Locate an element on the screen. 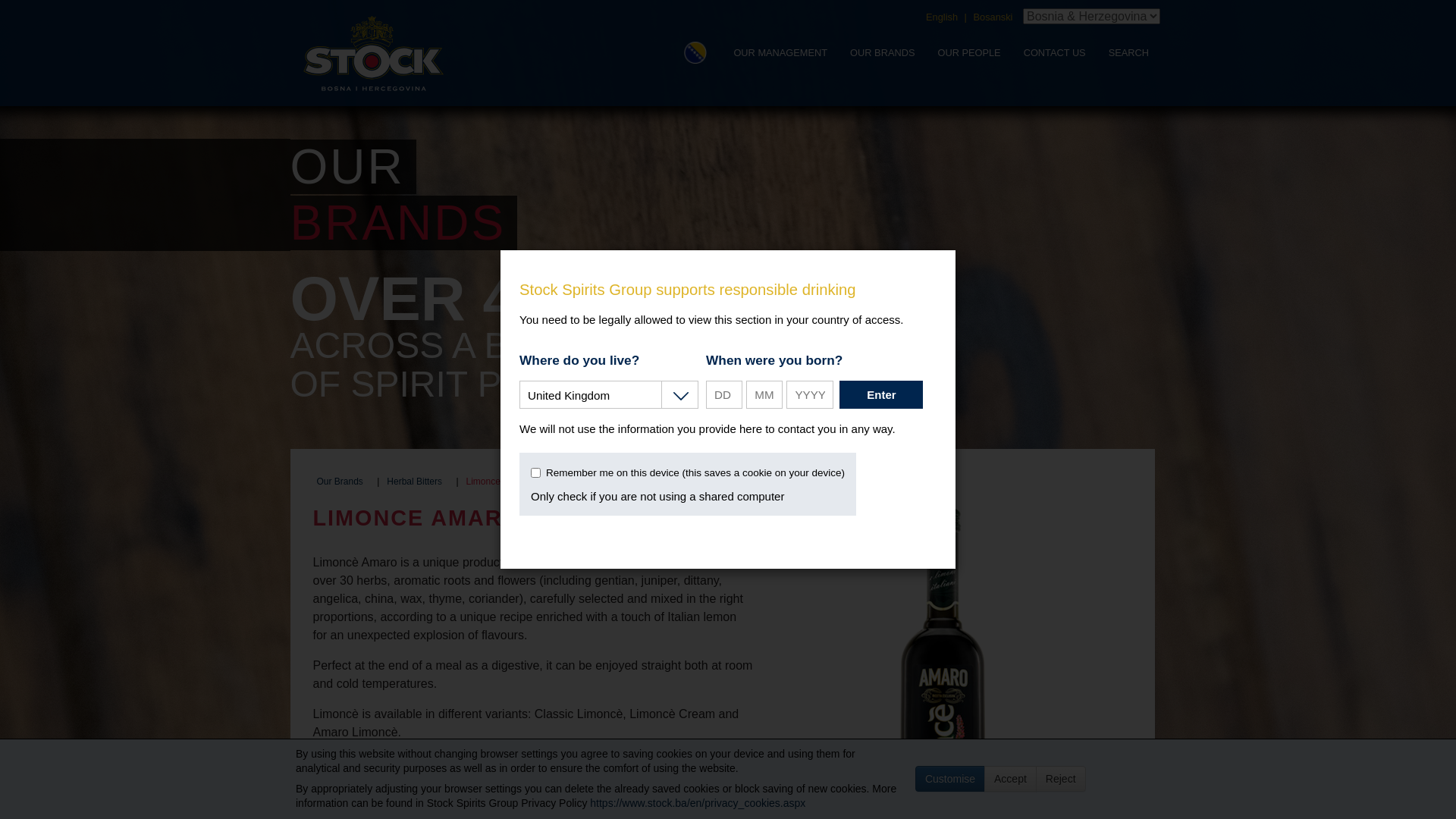  'English' is located at coordinates (941, 17).